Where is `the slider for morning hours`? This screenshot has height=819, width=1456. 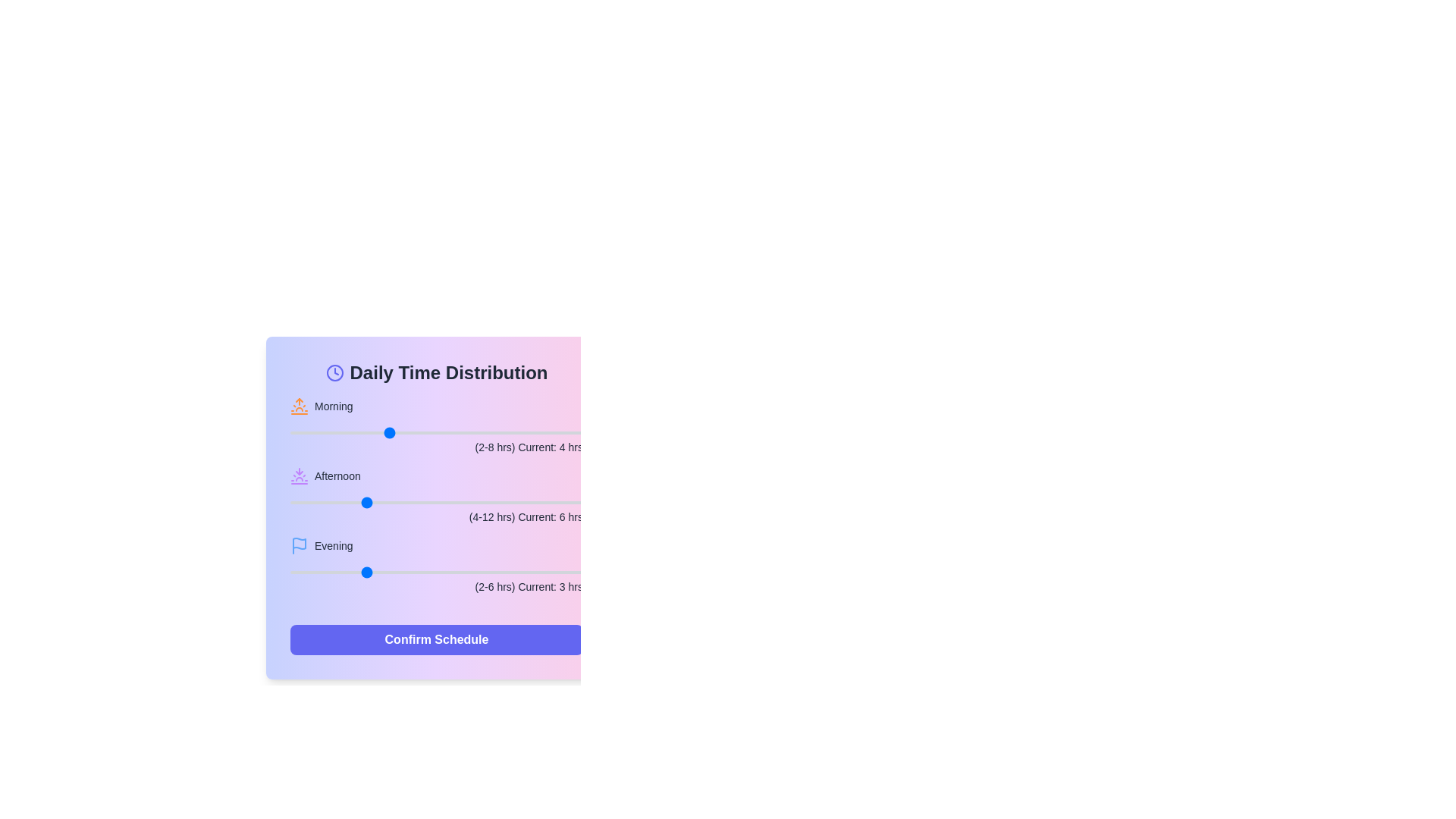 the slider for morning hours is located at coordinates (388, 432).